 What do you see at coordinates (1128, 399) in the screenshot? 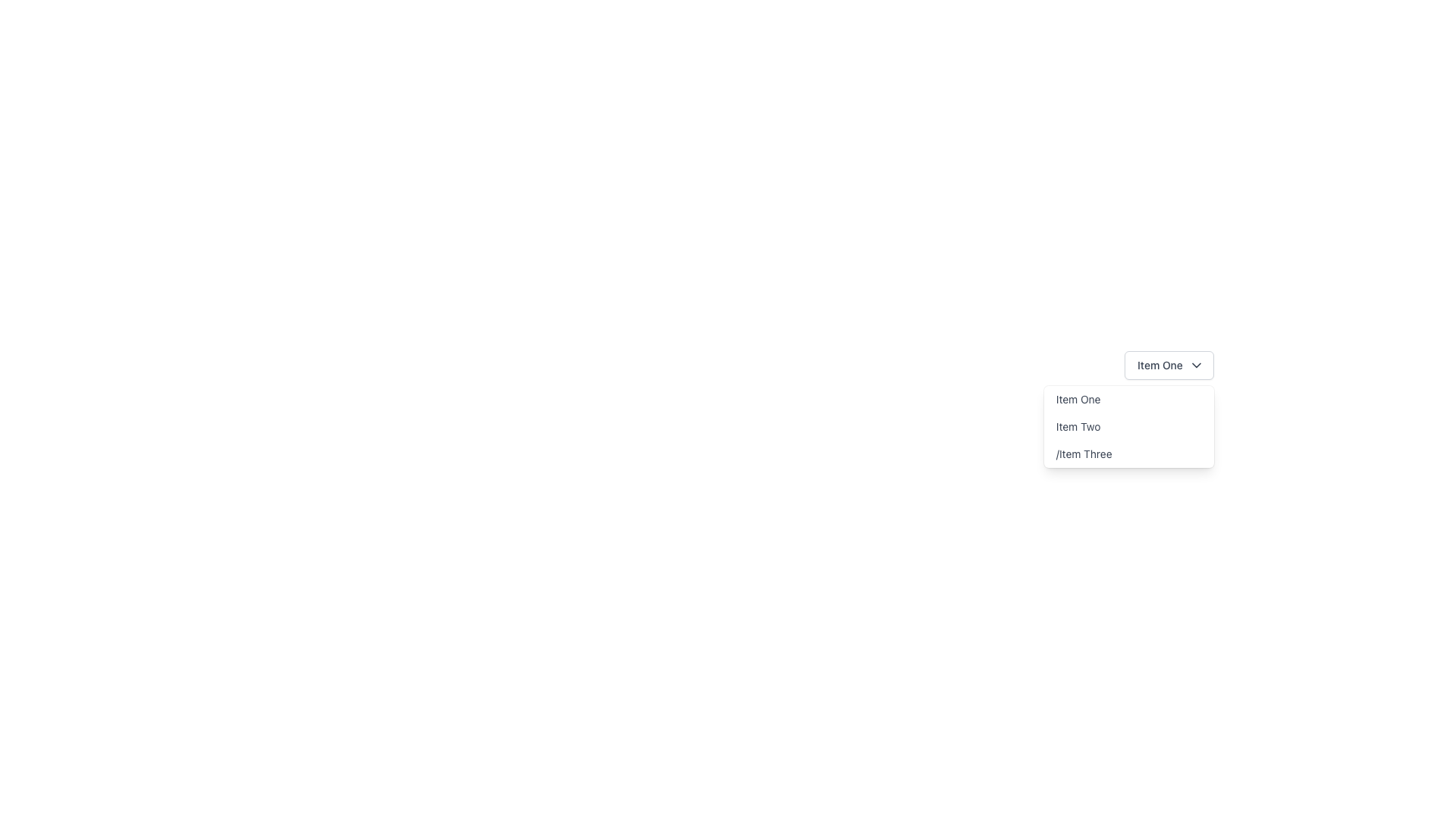
I see `the first item 'Item One' in the dropdown menu` at bounding box center [1128, 399].